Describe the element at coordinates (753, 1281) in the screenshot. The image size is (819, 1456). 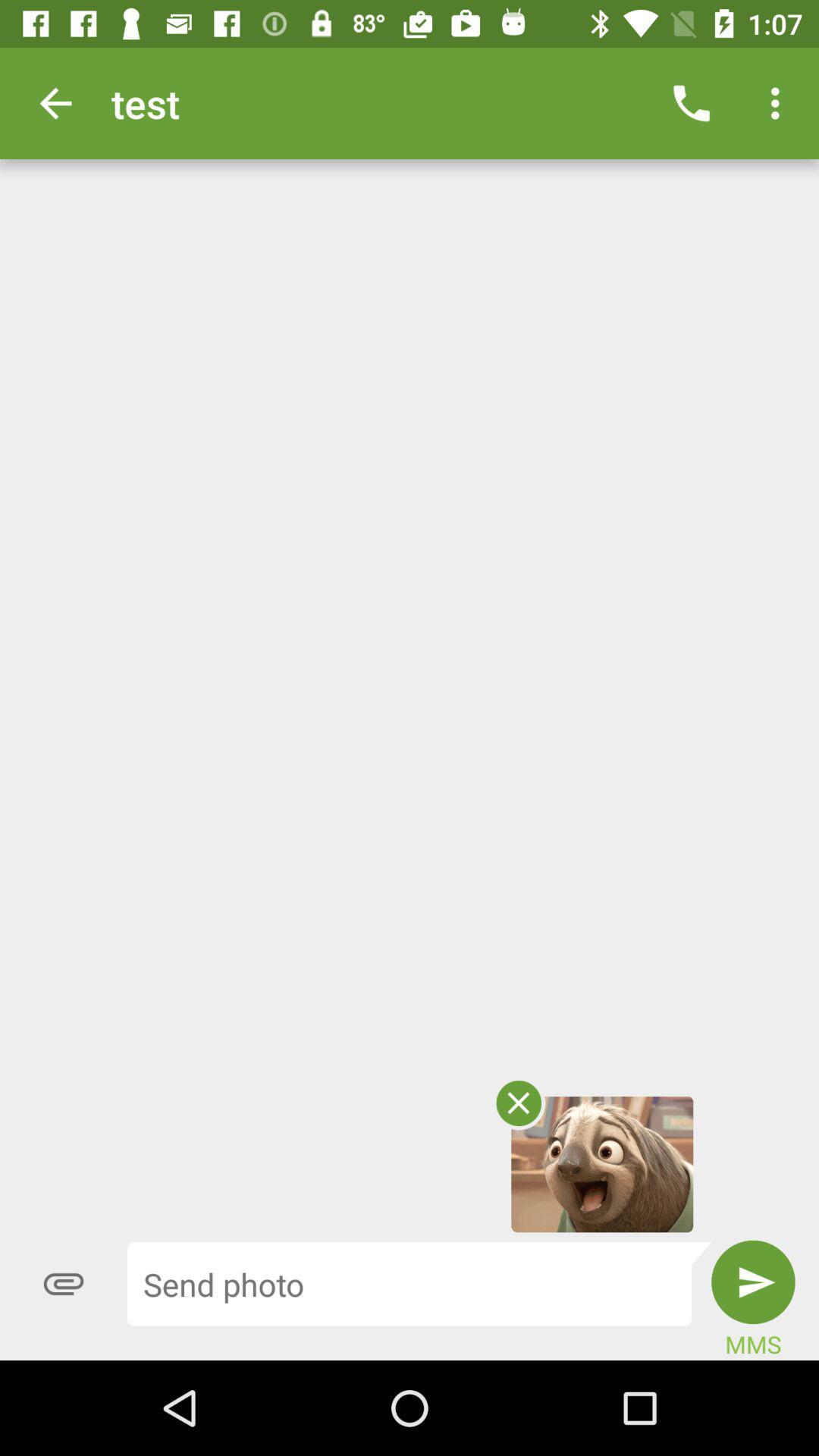
I see `the send icon` at that location.